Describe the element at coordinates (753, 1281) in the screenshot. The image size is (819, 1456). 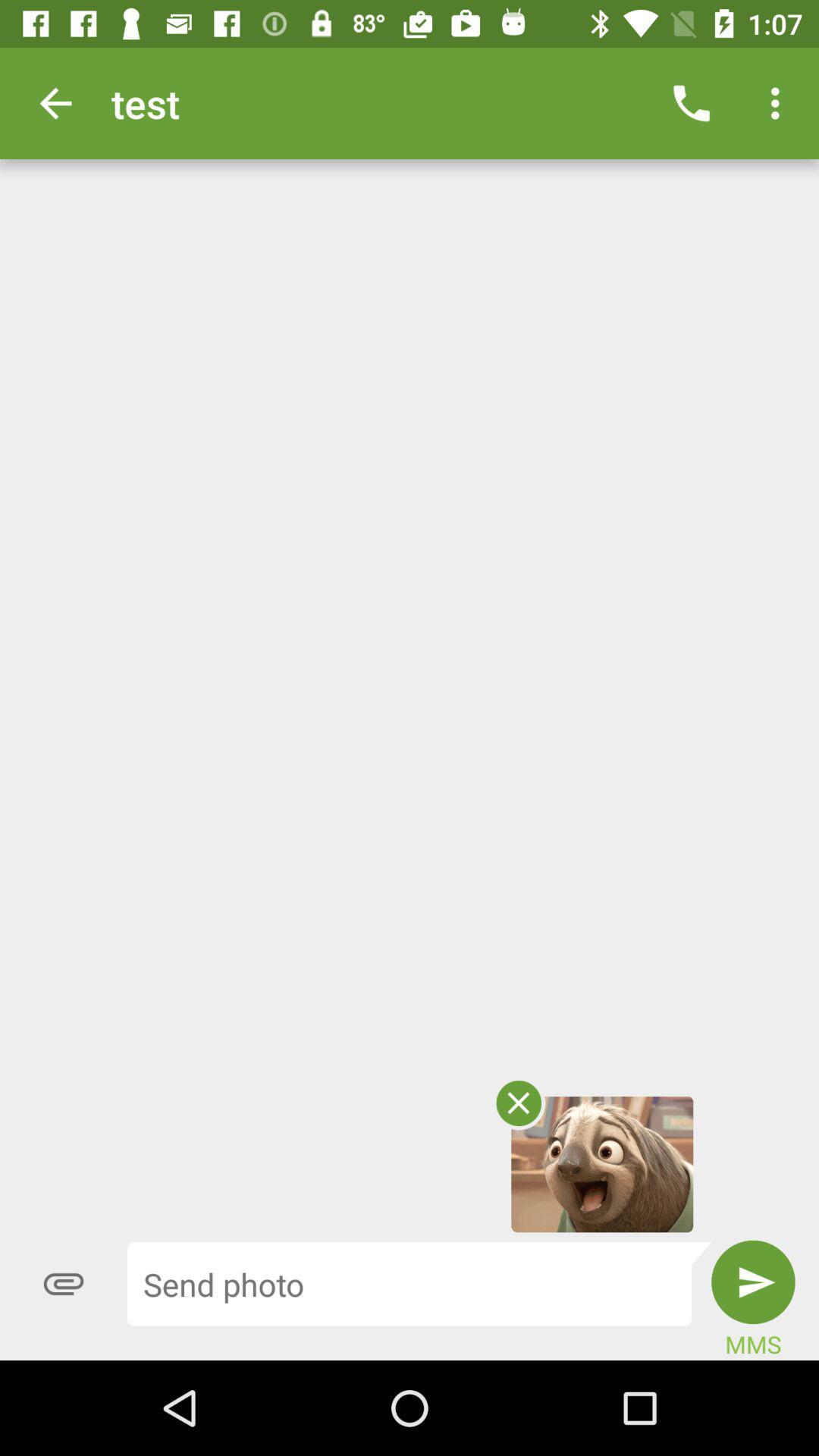
I see `the send icon` at that location.